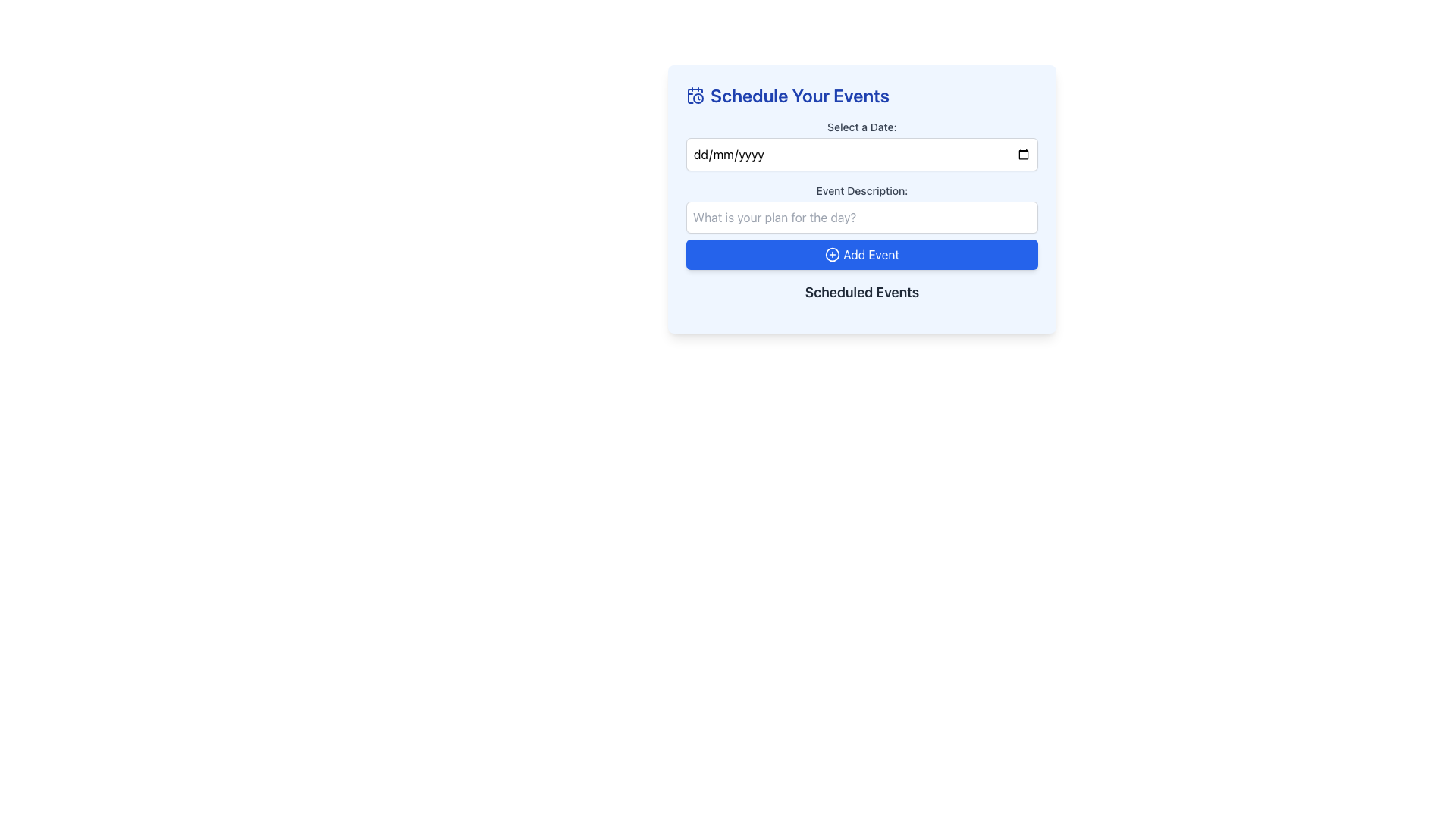  I want to click on circle SVG component that is part of the 'Add Event' button located beneath the 'Event Description' input field, so click(832, 253).